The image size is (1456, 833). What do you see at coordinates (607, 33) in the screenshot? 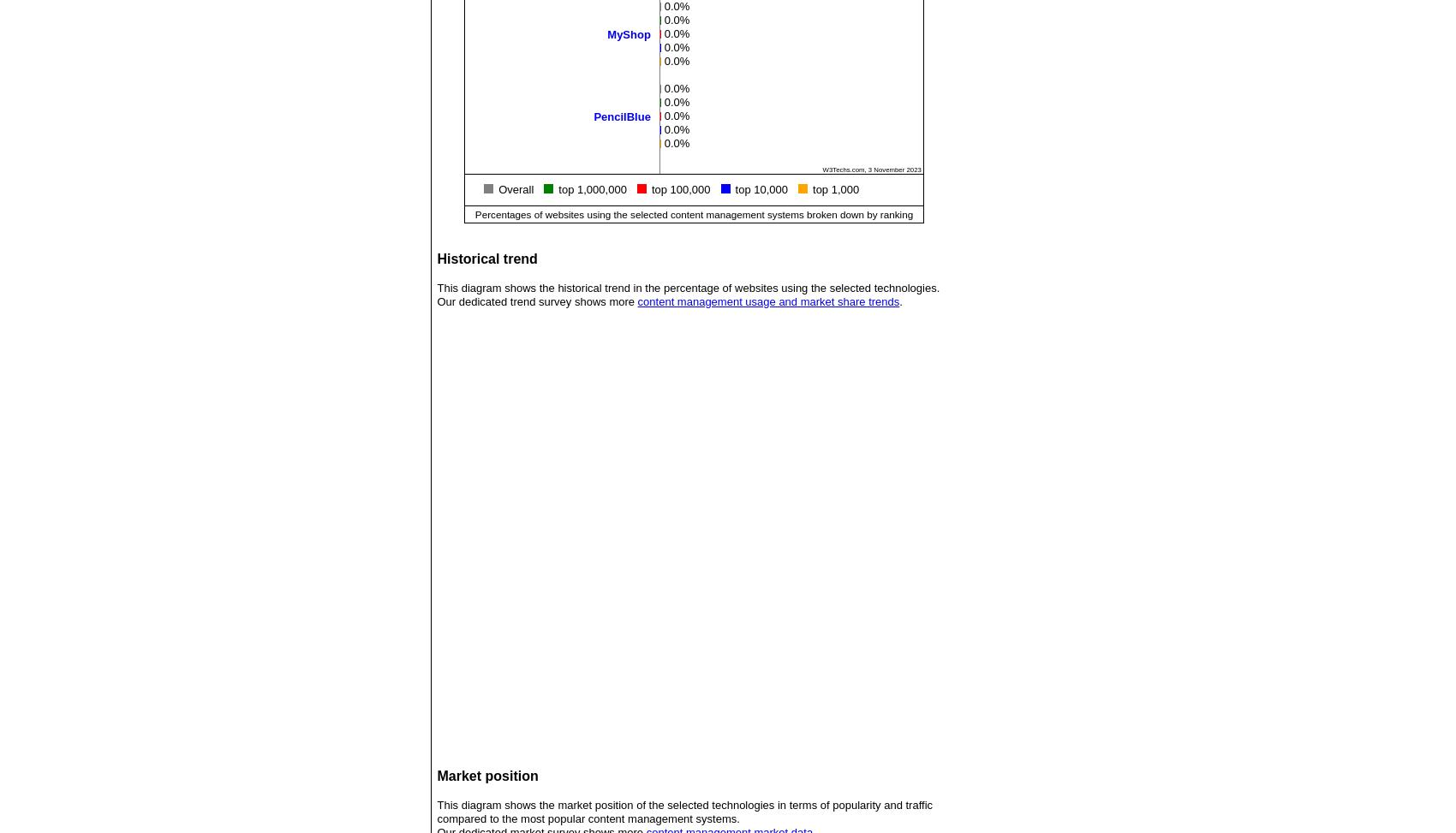
I see `'MyShop'` at bounding box center [607, 33].